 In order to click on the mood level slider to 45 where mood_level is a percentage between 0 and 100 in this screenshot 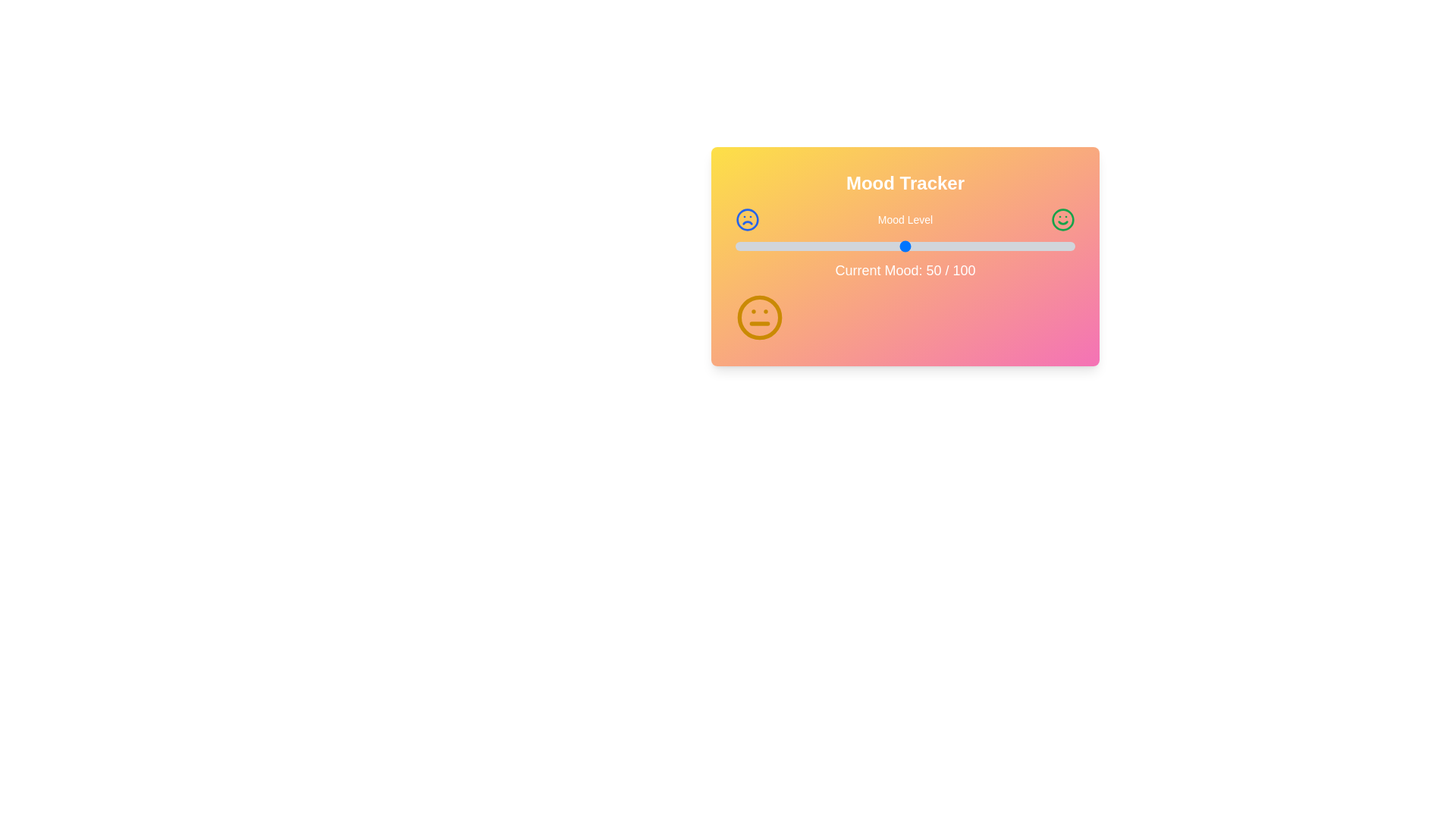, I will do `click(888, 245)`.